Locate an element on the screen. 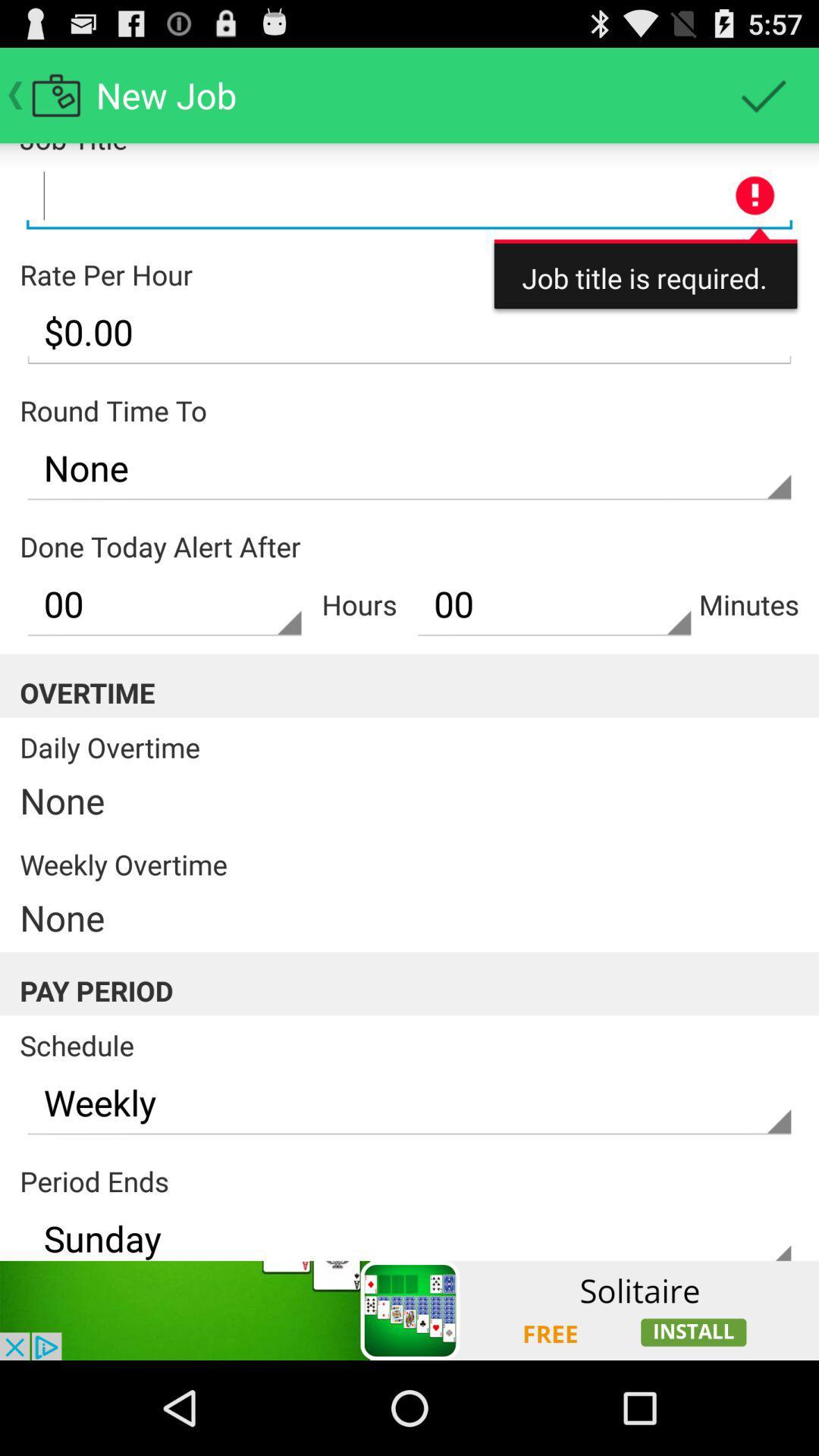 The width and height of the screenshot is (819, 1456). job title is located at coordinates (409, 196).